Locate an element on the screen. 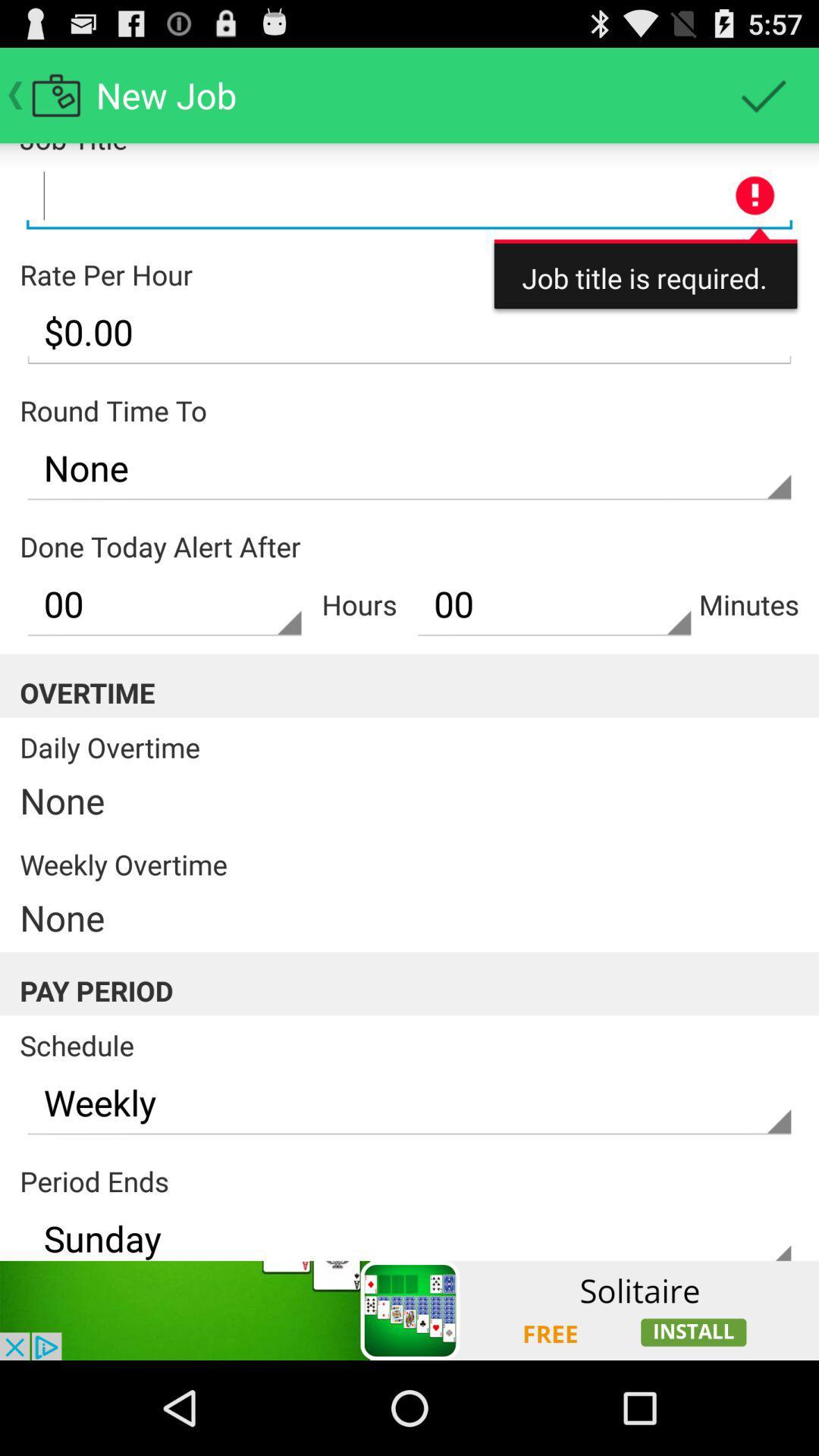 The width and height of the screenshot is (819, 1456). job title is located at coordinates (409, 196).